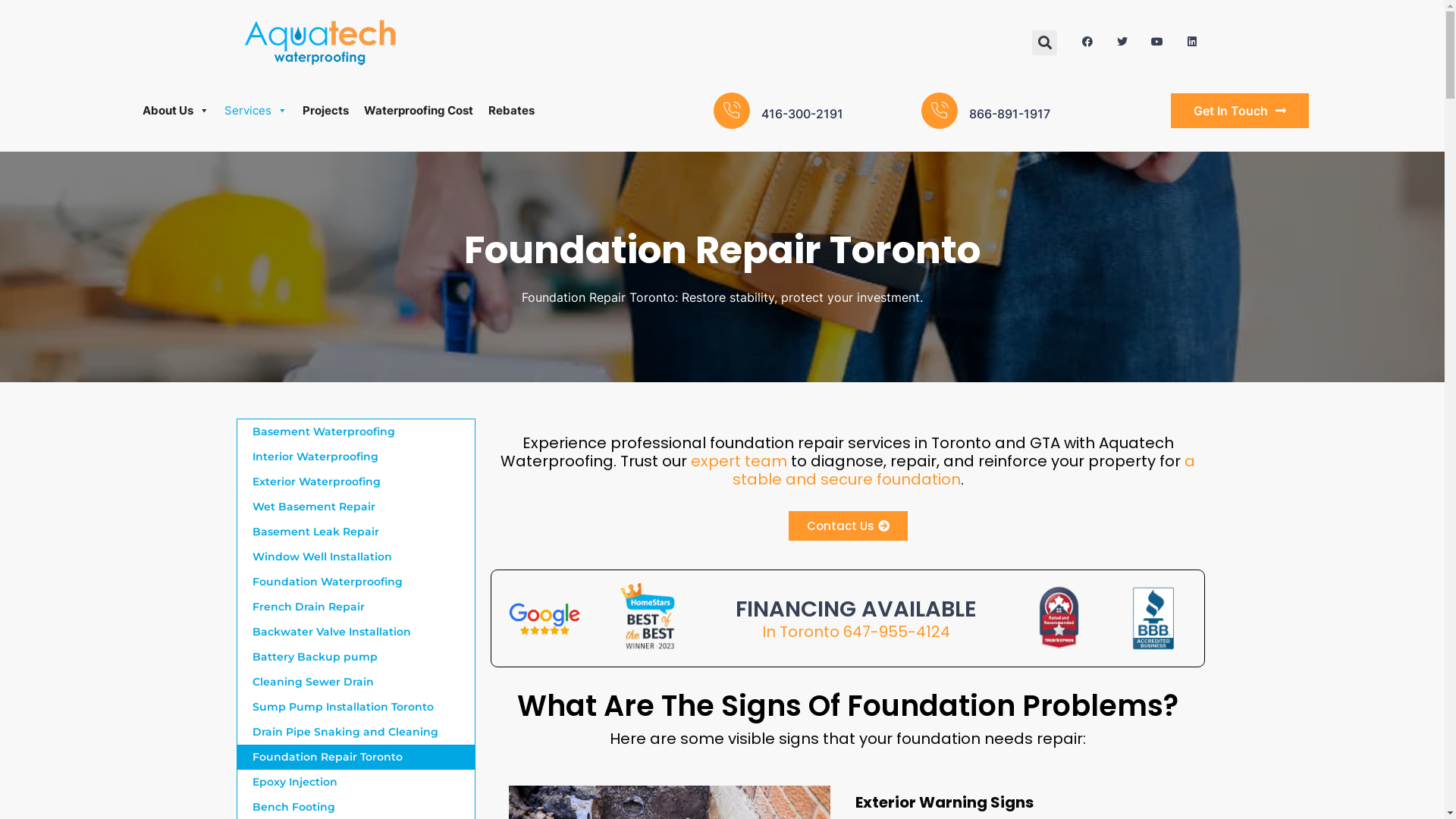 This screenshot has height=819, width=1456. What do you see at coordinates (511, 110) in the screenshot?
I see `'Rebates'` at bounding box center [511, 110].